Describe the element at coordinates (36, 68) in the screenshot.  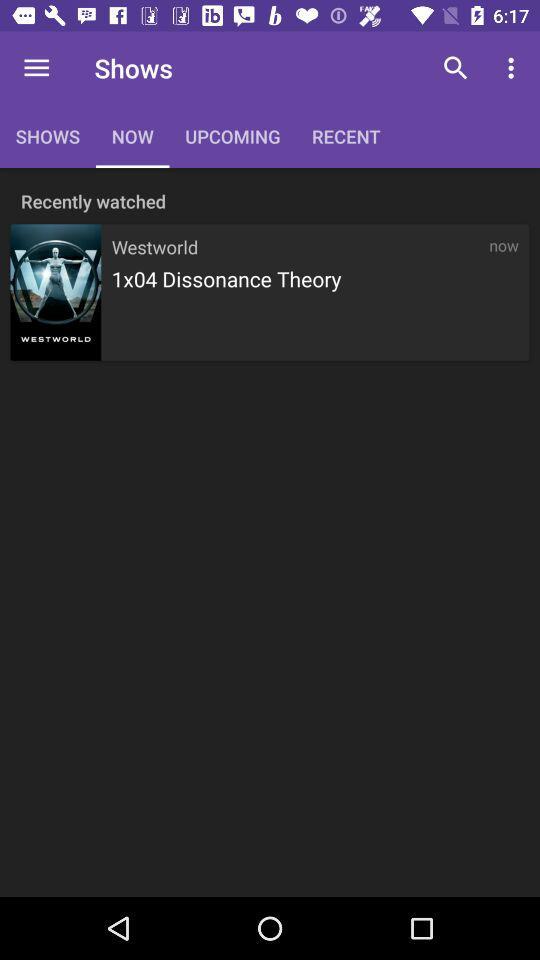
I see `the icon above the shows item` at that location.